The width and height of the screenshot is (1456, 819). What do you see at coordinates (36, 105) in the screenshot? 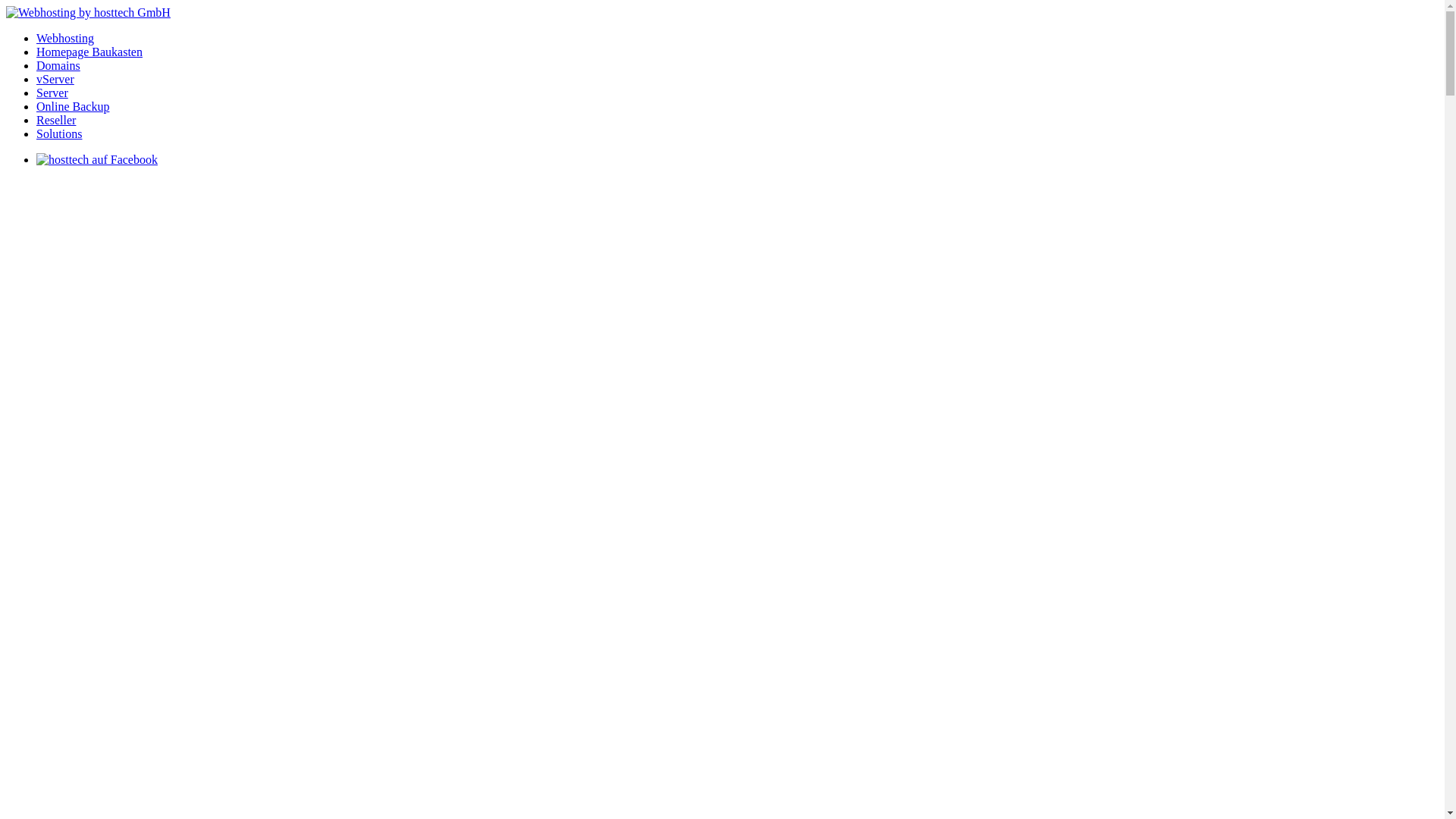
I see `'Online Backup'` at bounding box center [36, 105].